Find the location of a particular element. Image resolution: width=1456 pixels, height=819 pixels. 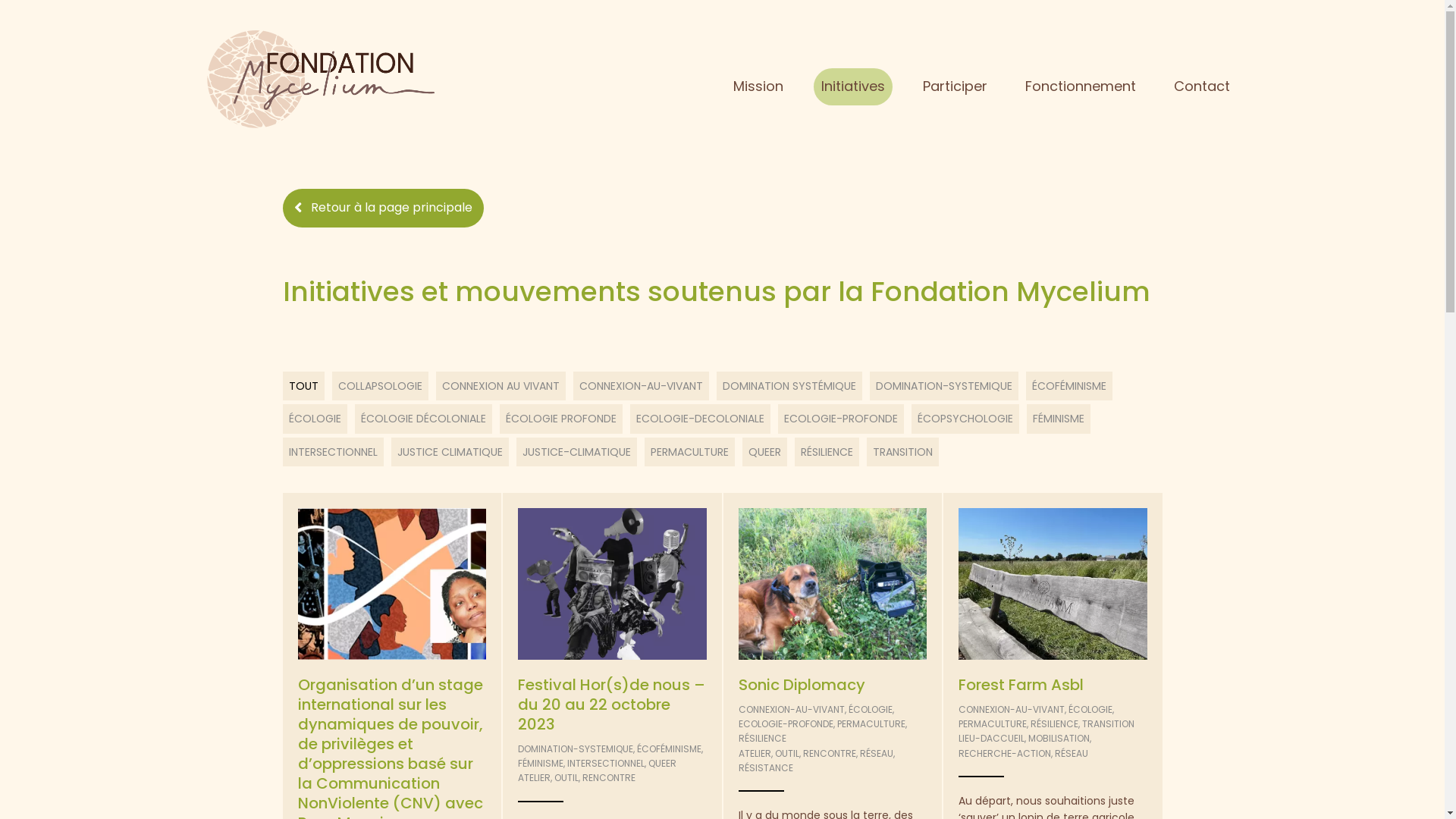

'DOMINATION-SYSTEMIQUE' is located at coordinates (574, 748).